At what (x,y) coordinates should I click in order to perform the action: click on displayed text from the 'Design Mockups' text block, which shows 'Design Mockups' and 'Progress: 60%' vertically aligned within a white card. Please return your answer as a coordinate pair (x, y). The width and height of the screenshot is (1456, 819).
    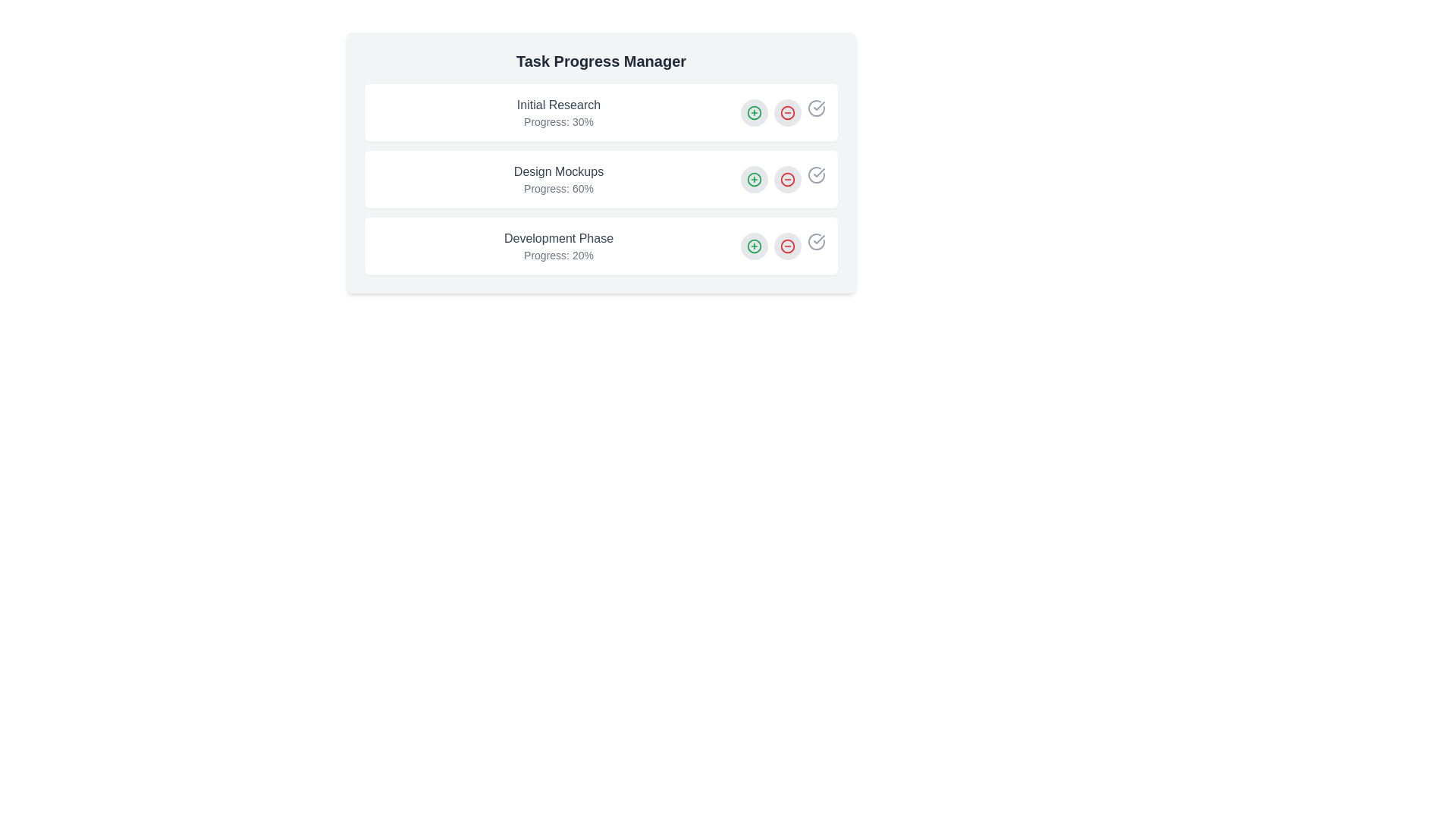
    Looking at the image, I should click on (558, 178).